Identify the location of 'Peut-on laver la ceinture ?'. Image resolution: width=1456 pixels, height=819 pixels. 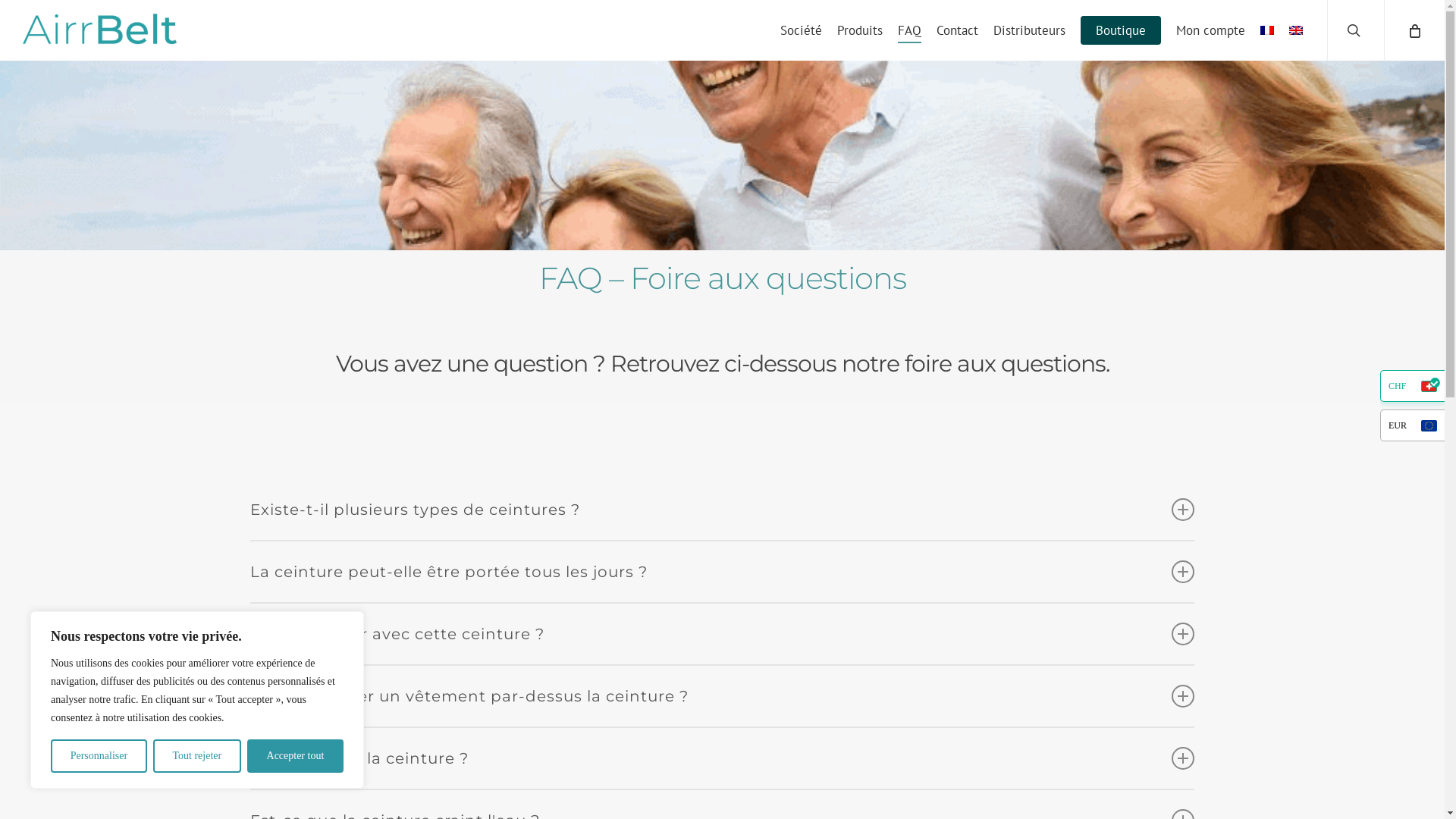
(721, 758).